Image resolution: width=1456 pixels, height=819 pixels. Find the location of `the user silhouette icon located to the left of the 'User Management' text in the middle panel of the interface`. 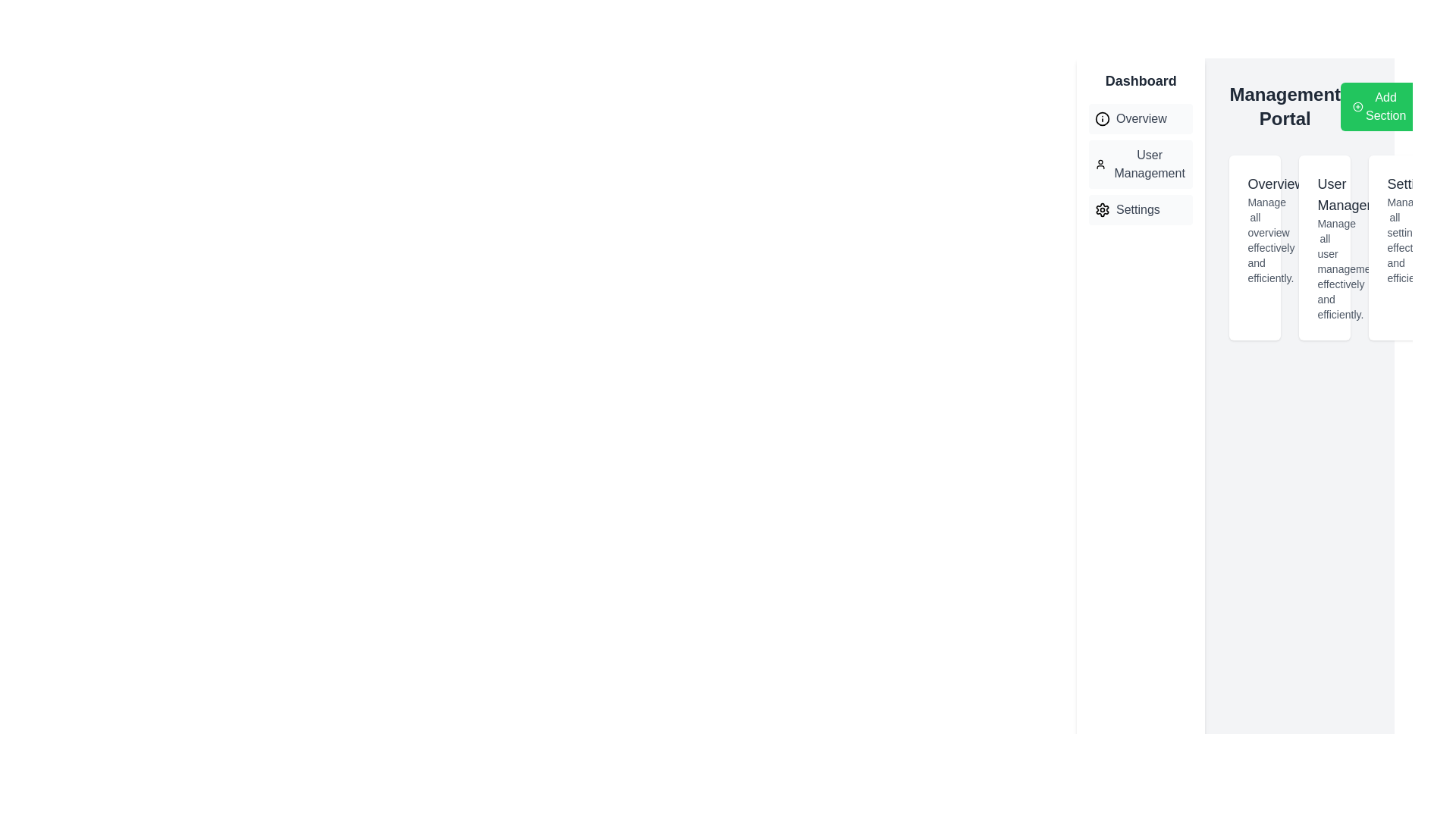

the user silhouette icon located to the left of the 'User Management' text in the middle panel of the interface is located at coordinates (1100, 164).